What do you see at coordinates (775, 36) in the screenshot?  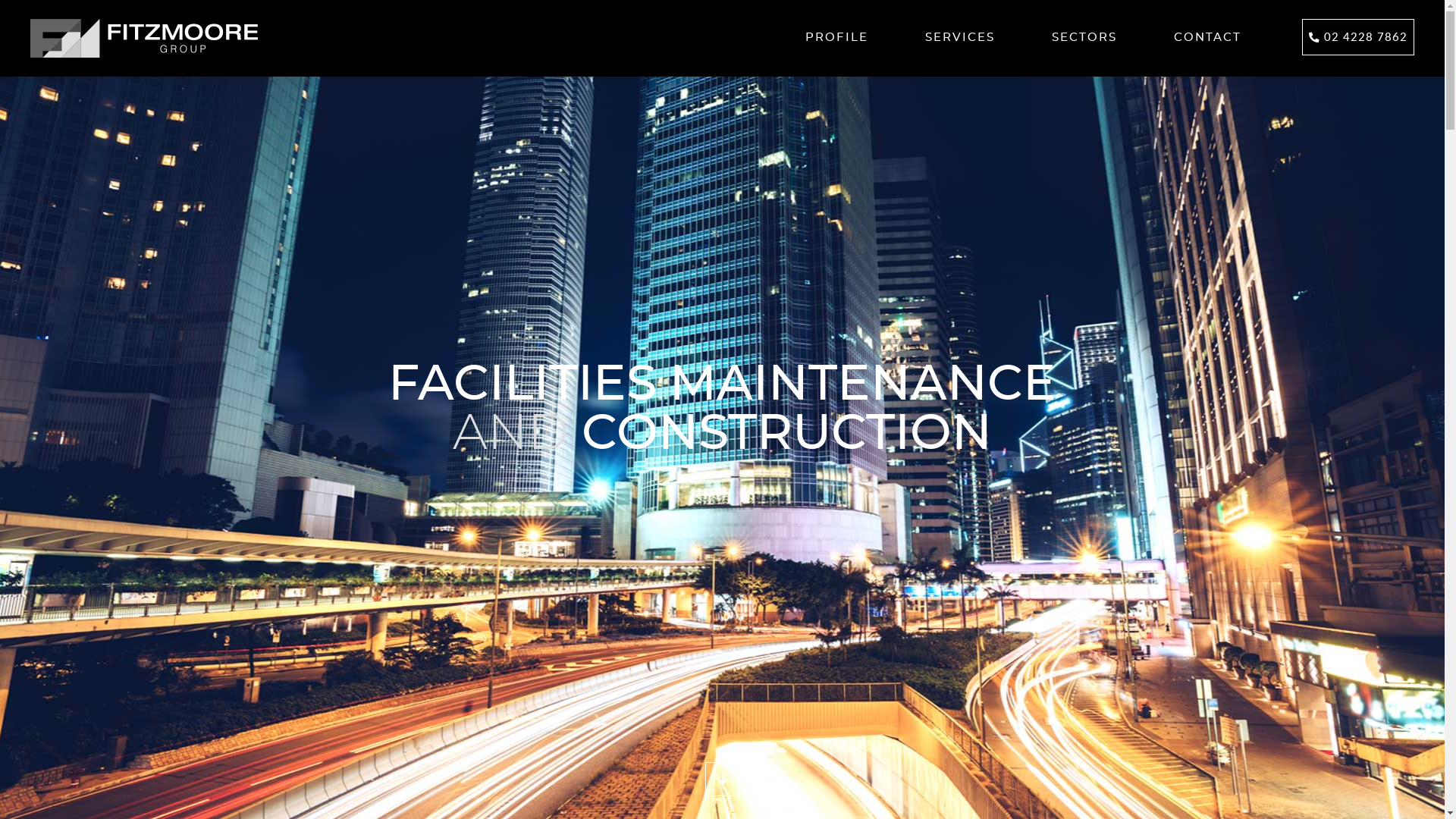 I see `'PROFILE'` at bounding box center [775, 36].